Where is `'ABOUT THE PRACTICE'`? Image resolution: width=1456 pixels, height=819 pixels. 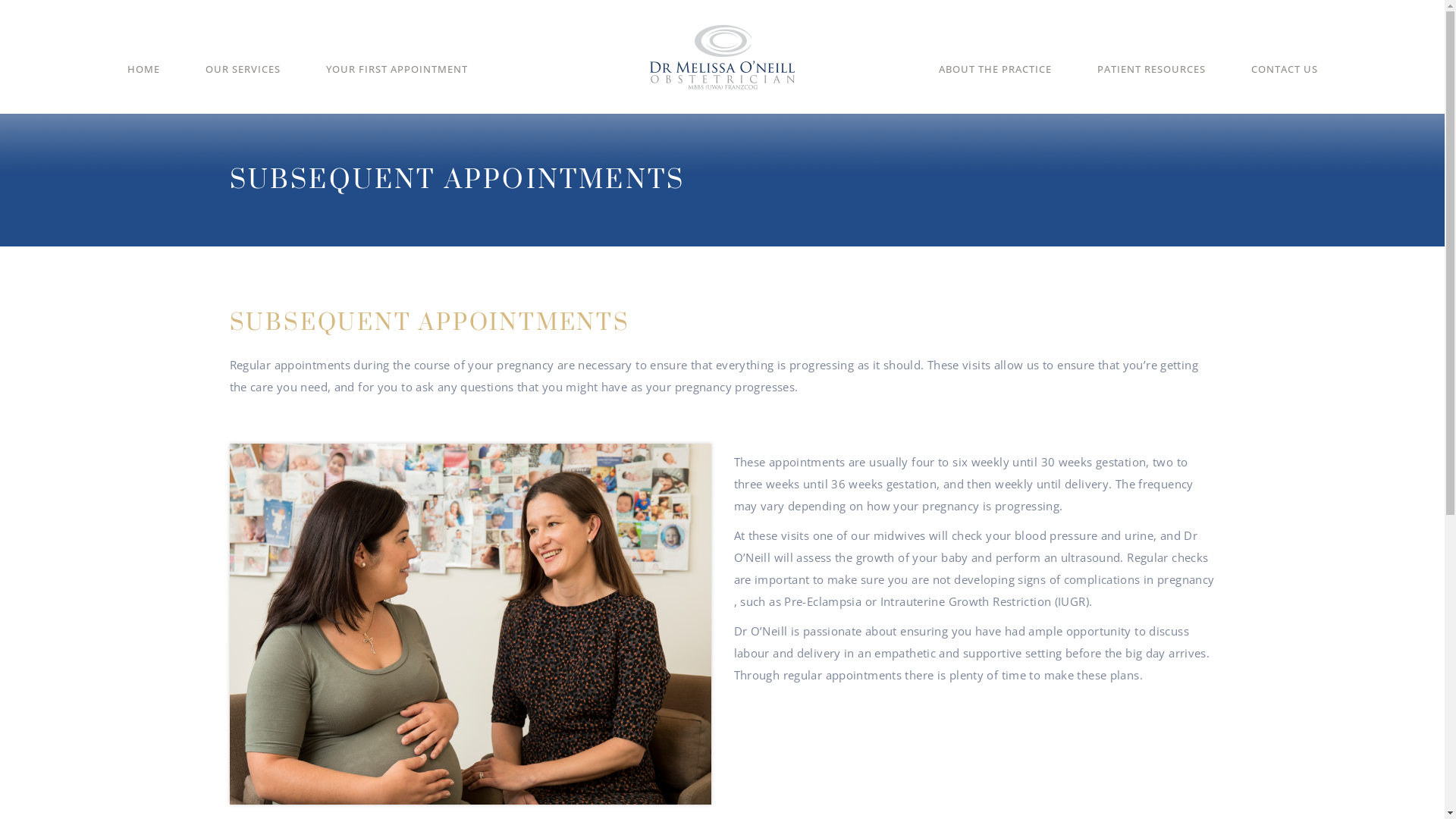 'ABOUT THE PRACTICE' is located at coordinates (995, 80).